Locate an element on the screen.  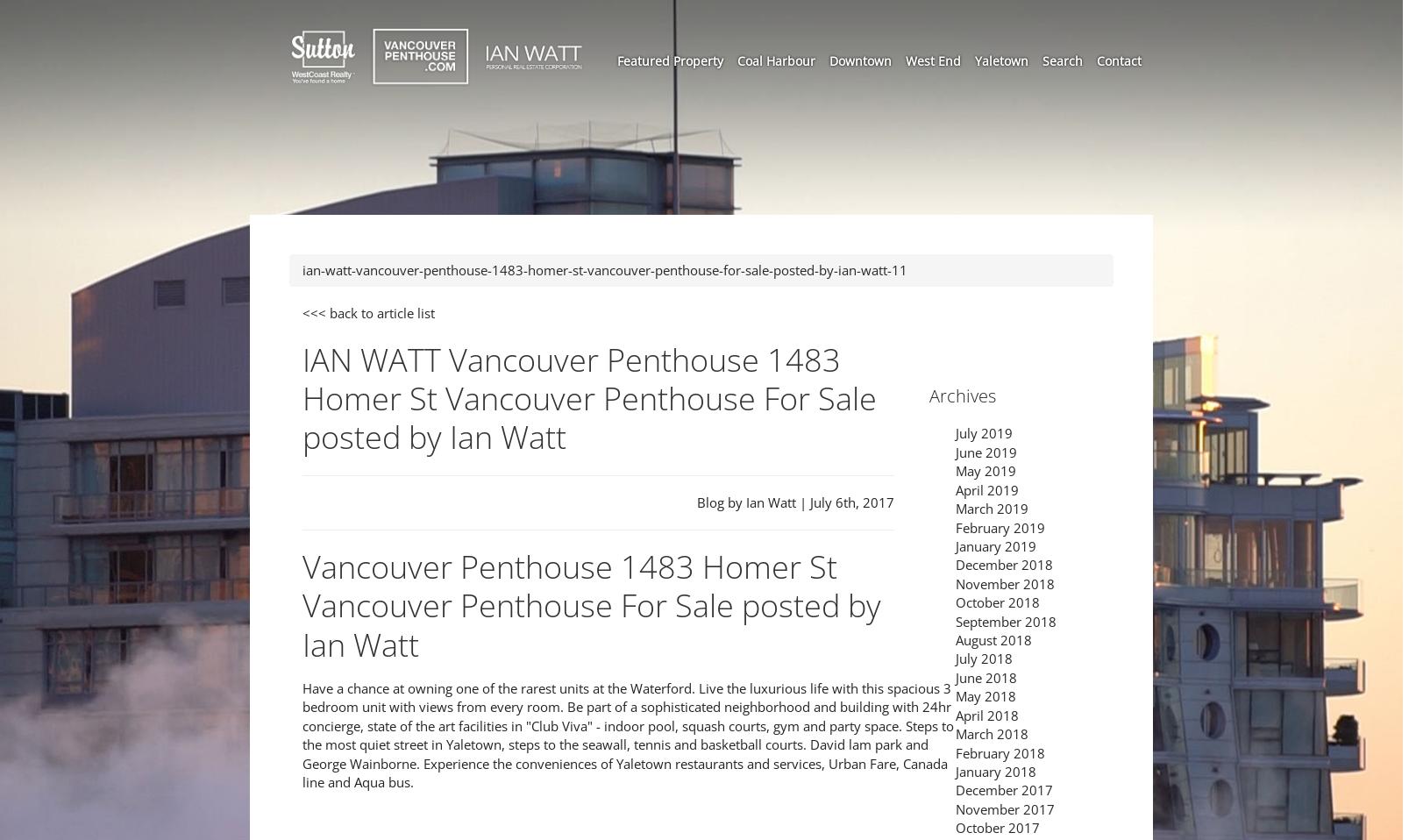
'Yaletown' is located at coordinates (1001, 60).